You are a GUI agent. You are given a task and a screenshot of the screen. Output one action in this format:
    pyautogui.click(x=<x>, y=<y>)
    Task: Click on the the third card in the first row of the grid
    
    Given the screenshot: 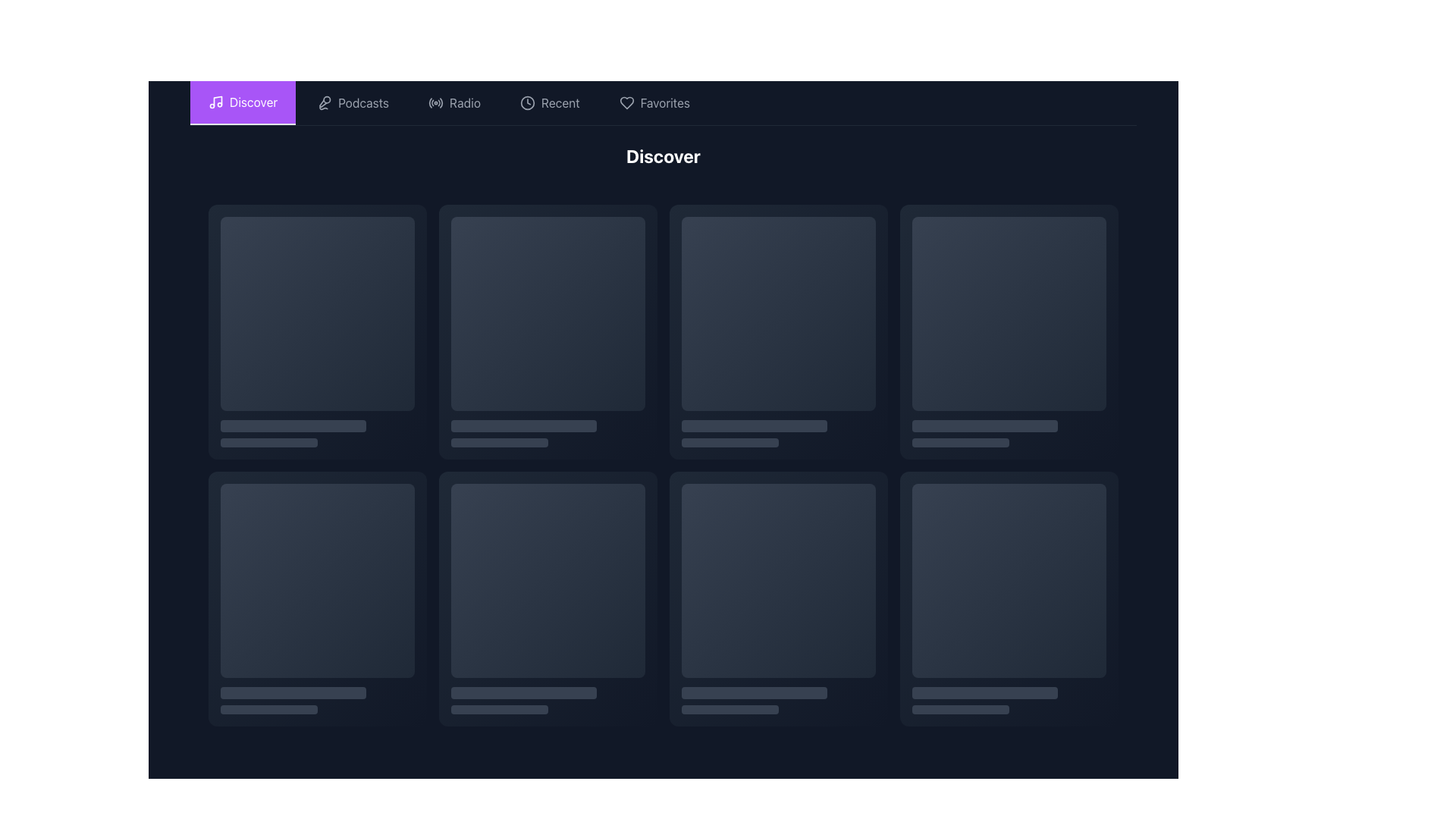 What is the action you would take?
    pyautogui.click(x=779, y=331)
    